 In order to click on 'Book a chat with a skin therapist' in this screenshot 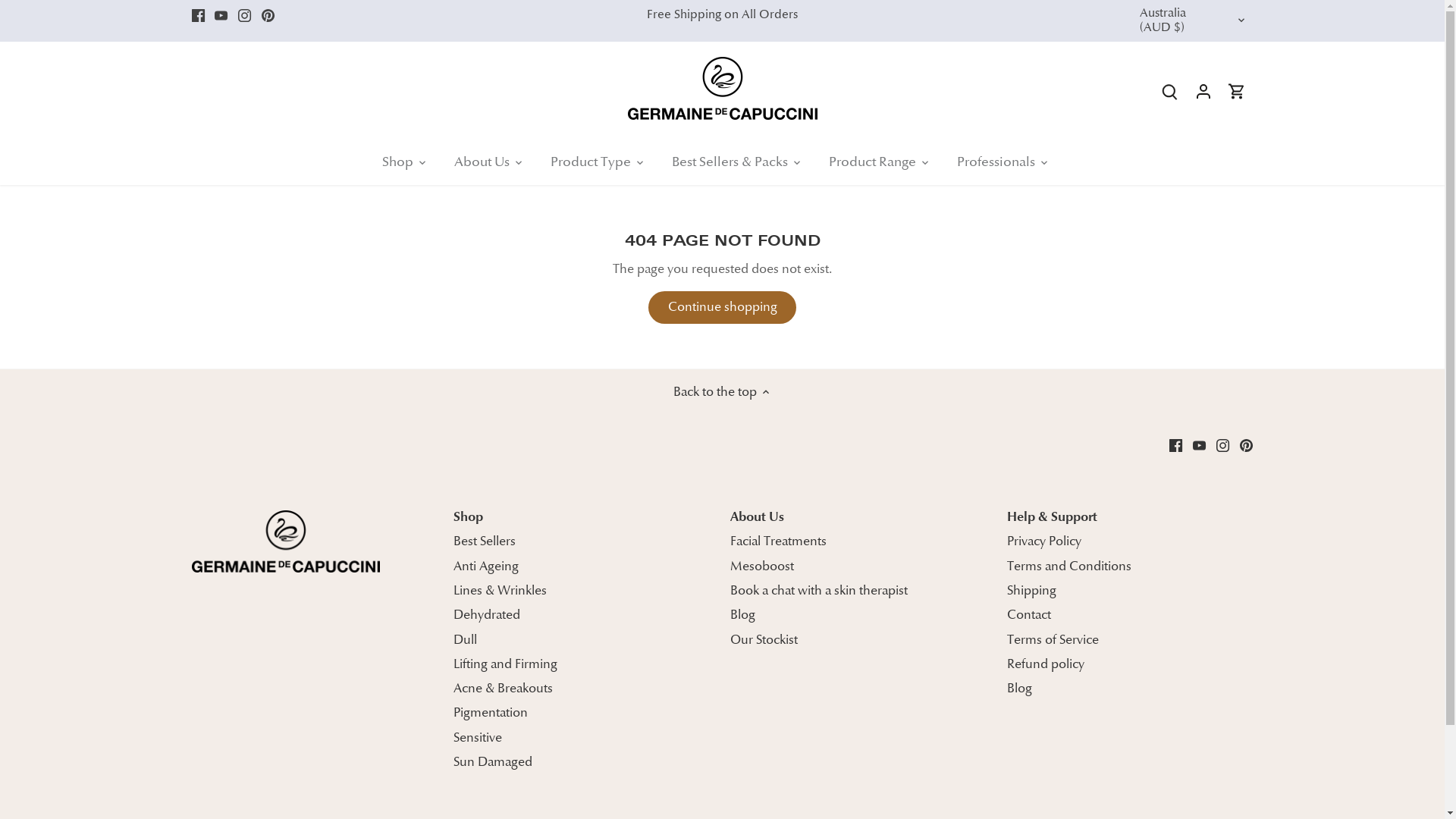, I will do `click(818, 590)`.